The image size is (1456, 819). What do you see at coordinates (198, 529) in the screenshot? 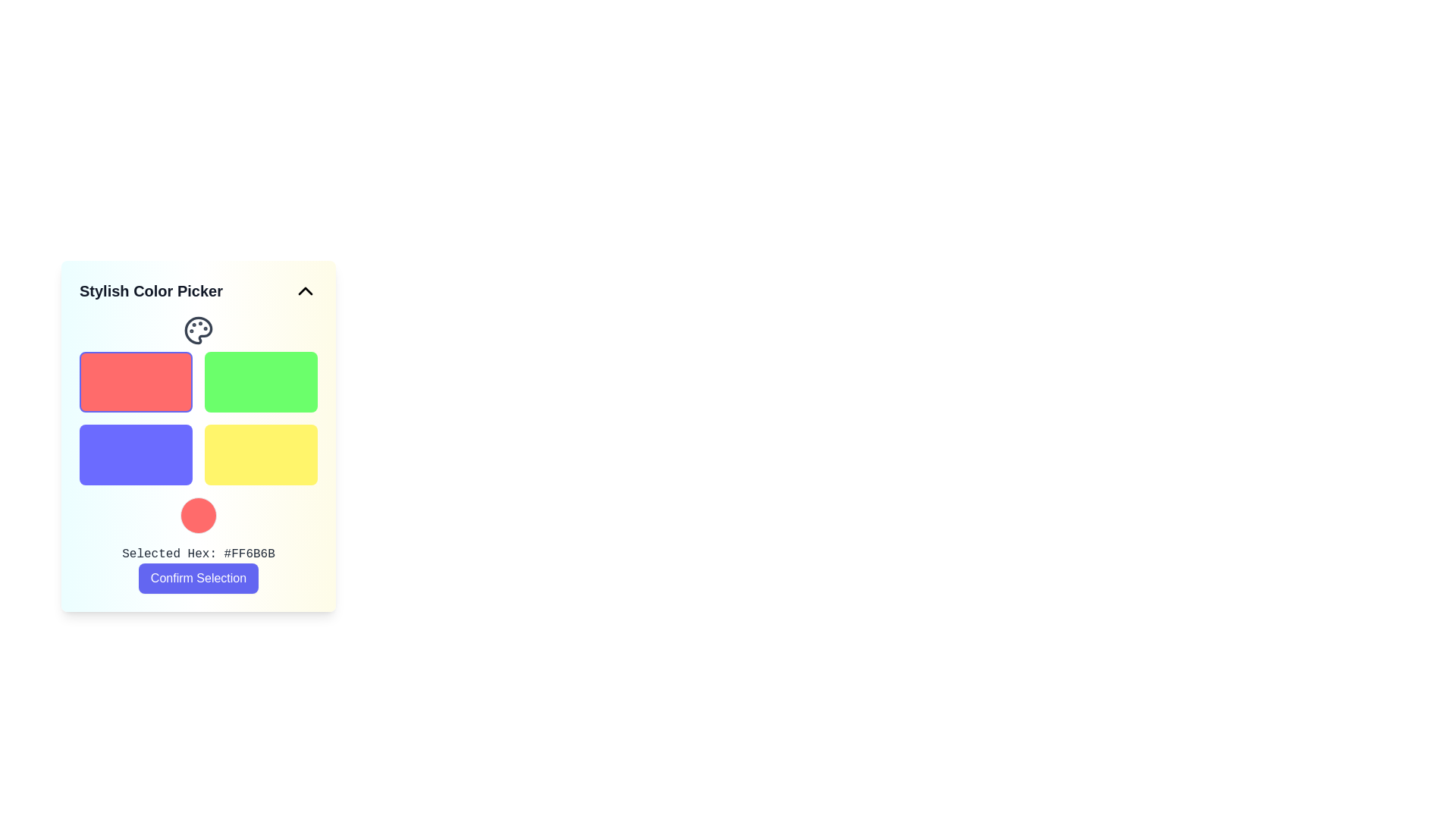
I see `the text displaying the currently selected color's hex code in the Display panel of the Stylish Color Picker to copy it (if interactive)` at bounding box center [198, 529].